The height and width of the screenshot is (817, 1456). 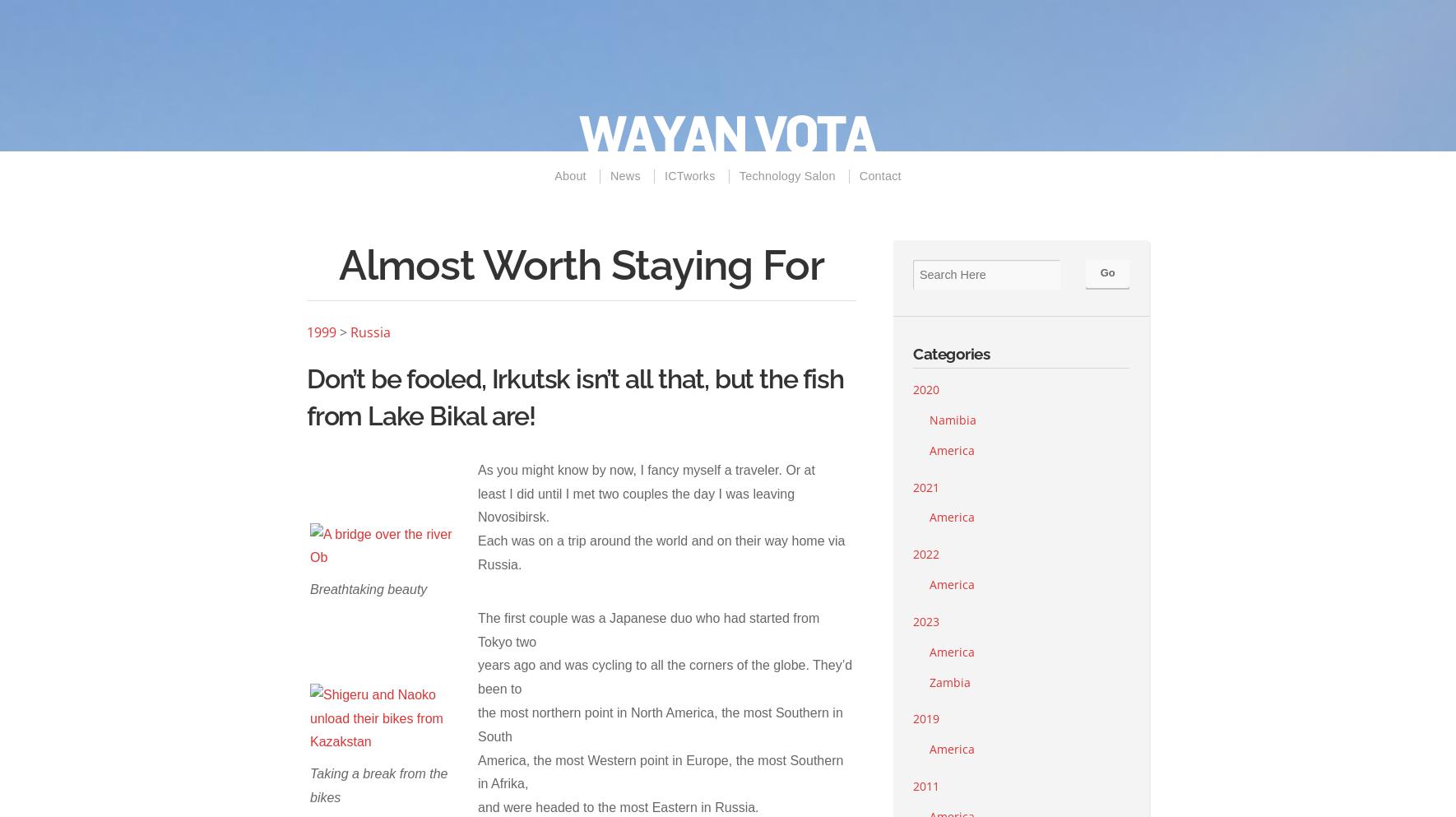 What do you see at coordinates (660, 724) in the screenshot?
I see `'the most northern point in North America, the most Southern in South'` at bounding box center [660, 724].